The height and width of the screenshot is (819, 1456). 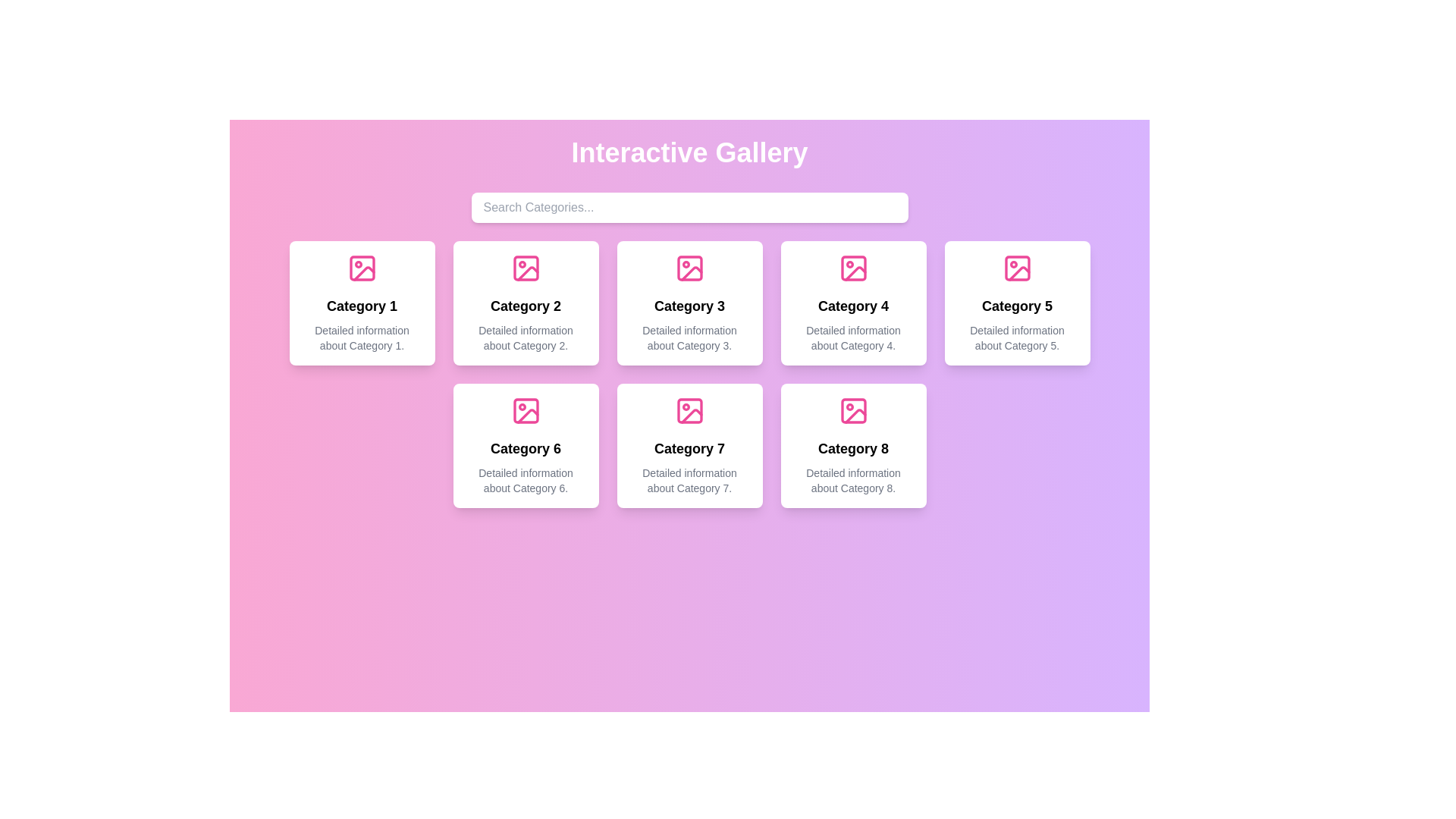 What do you see at coordinates (853, 268) in the screenshot?
I see `the pink outlined photo icon located within the card labeled 'Category 4', positioned between 'Category 3' and 'Category 5'` at bounding box center [853, 268].